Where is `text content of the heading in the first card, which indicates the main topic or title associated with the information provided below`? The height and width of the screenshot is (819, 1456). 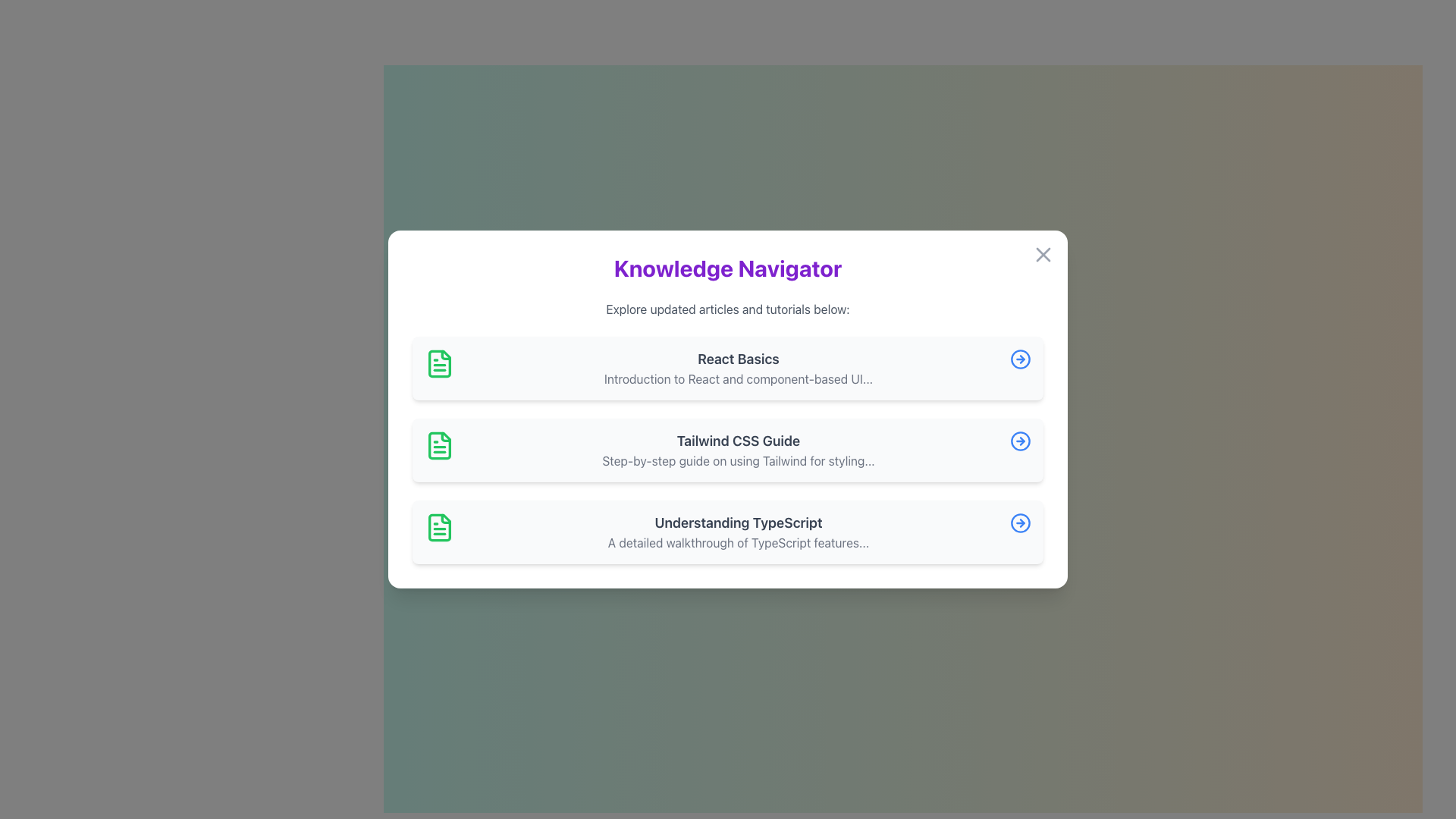
text content of the heading in the first card, which indicates the main topic or title associated with the information provided below is located at coordinates (739, 359).